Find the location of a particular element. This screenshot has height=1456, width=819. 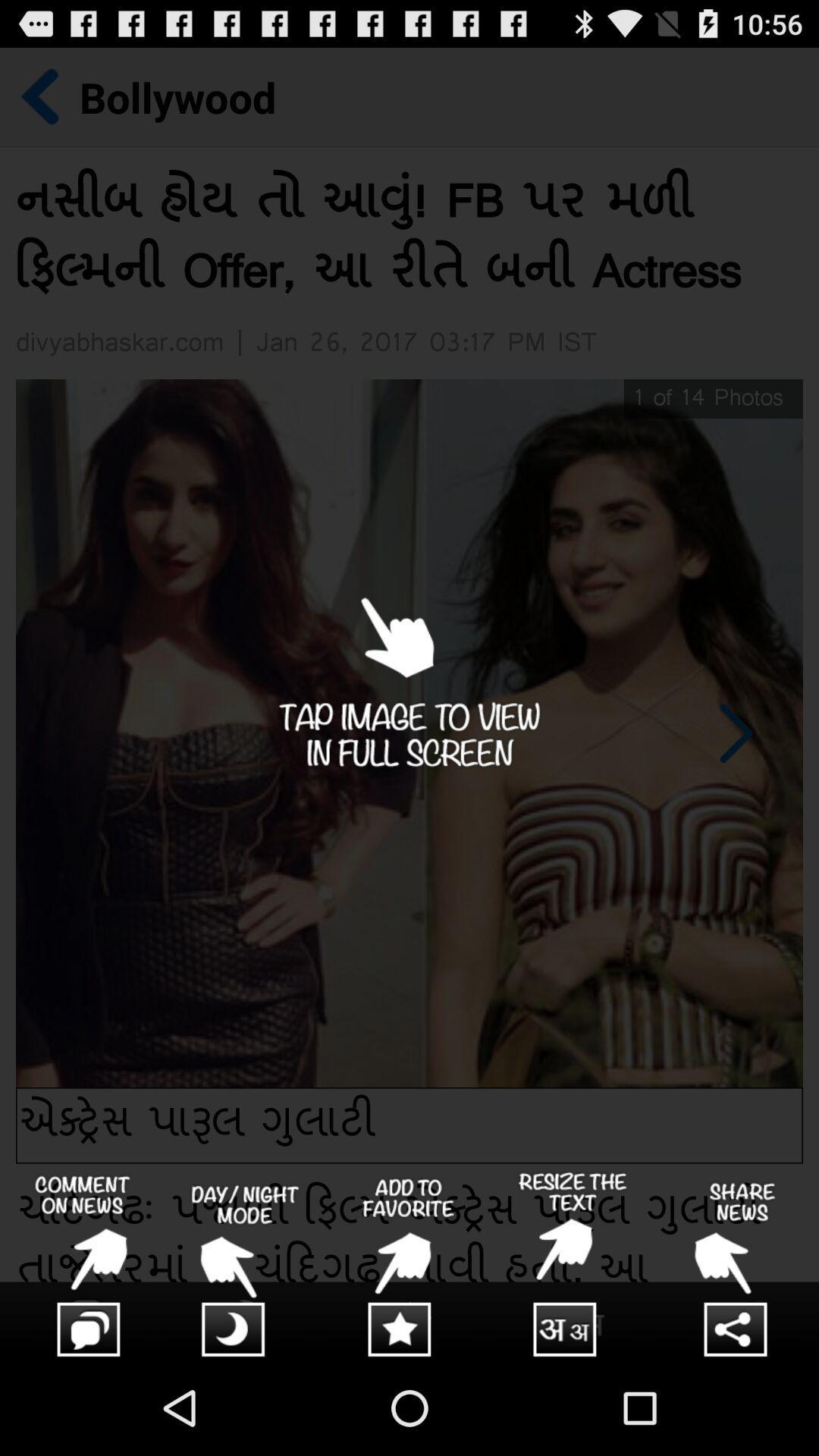

share news is located at coordinates (736, 1266).